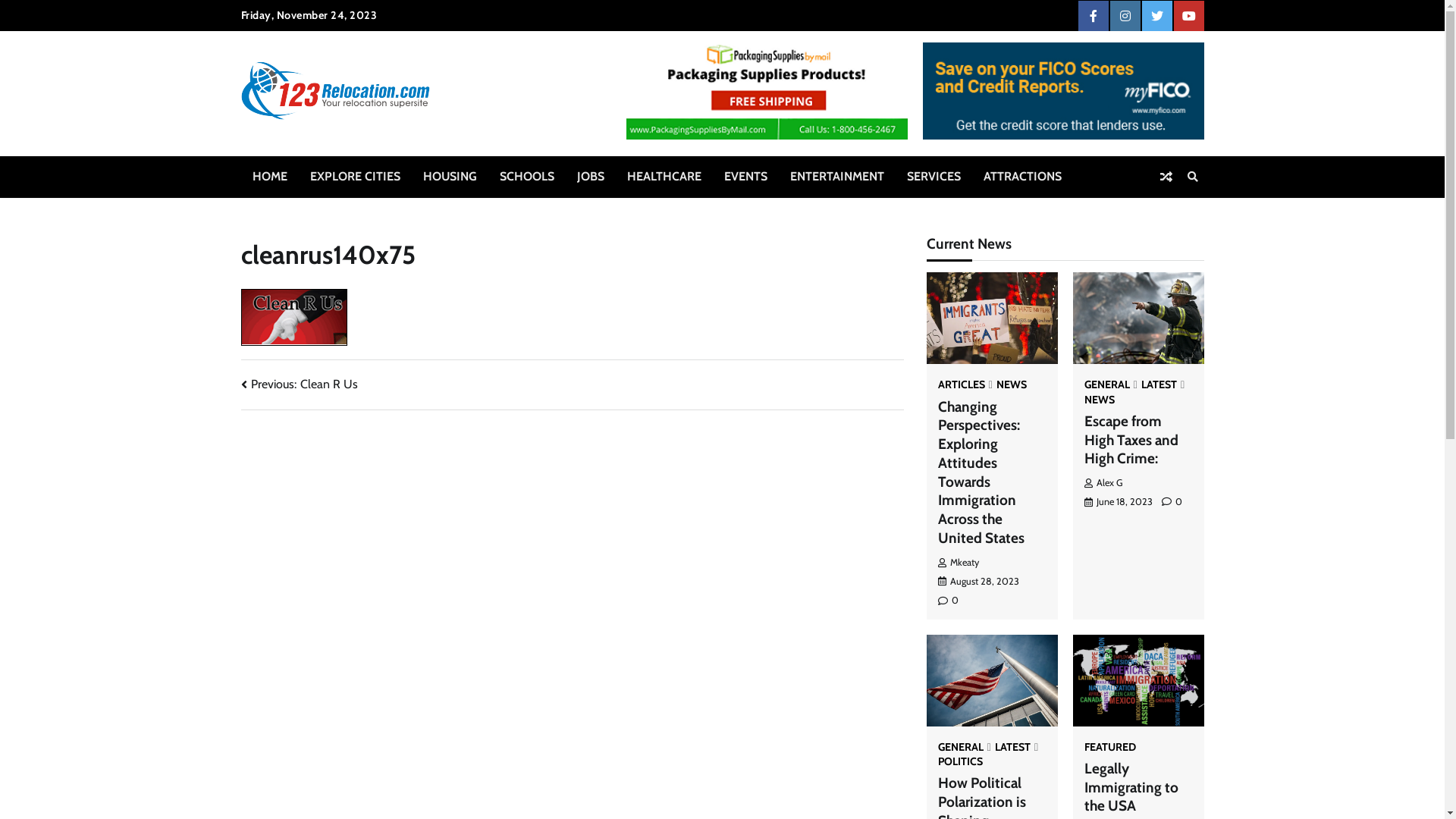  What do you see at coordinates (959, 761) in the screenshot?
I see `'POLITICS'` at bounding box center [959, 761].